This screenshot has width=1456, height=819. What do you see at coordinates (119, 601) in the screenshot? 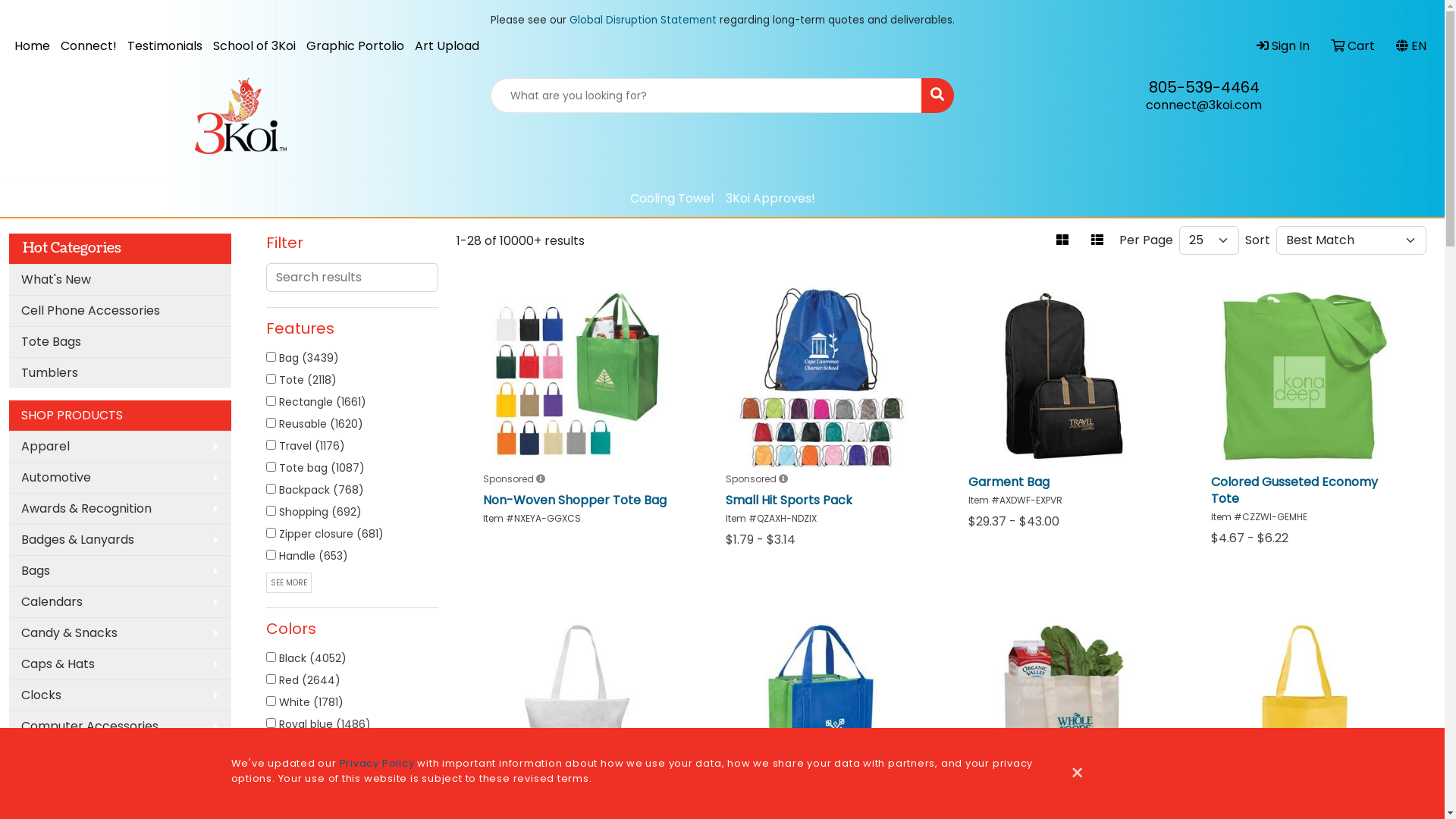
I see `'Calendars'` at bounding box center [119, 601].